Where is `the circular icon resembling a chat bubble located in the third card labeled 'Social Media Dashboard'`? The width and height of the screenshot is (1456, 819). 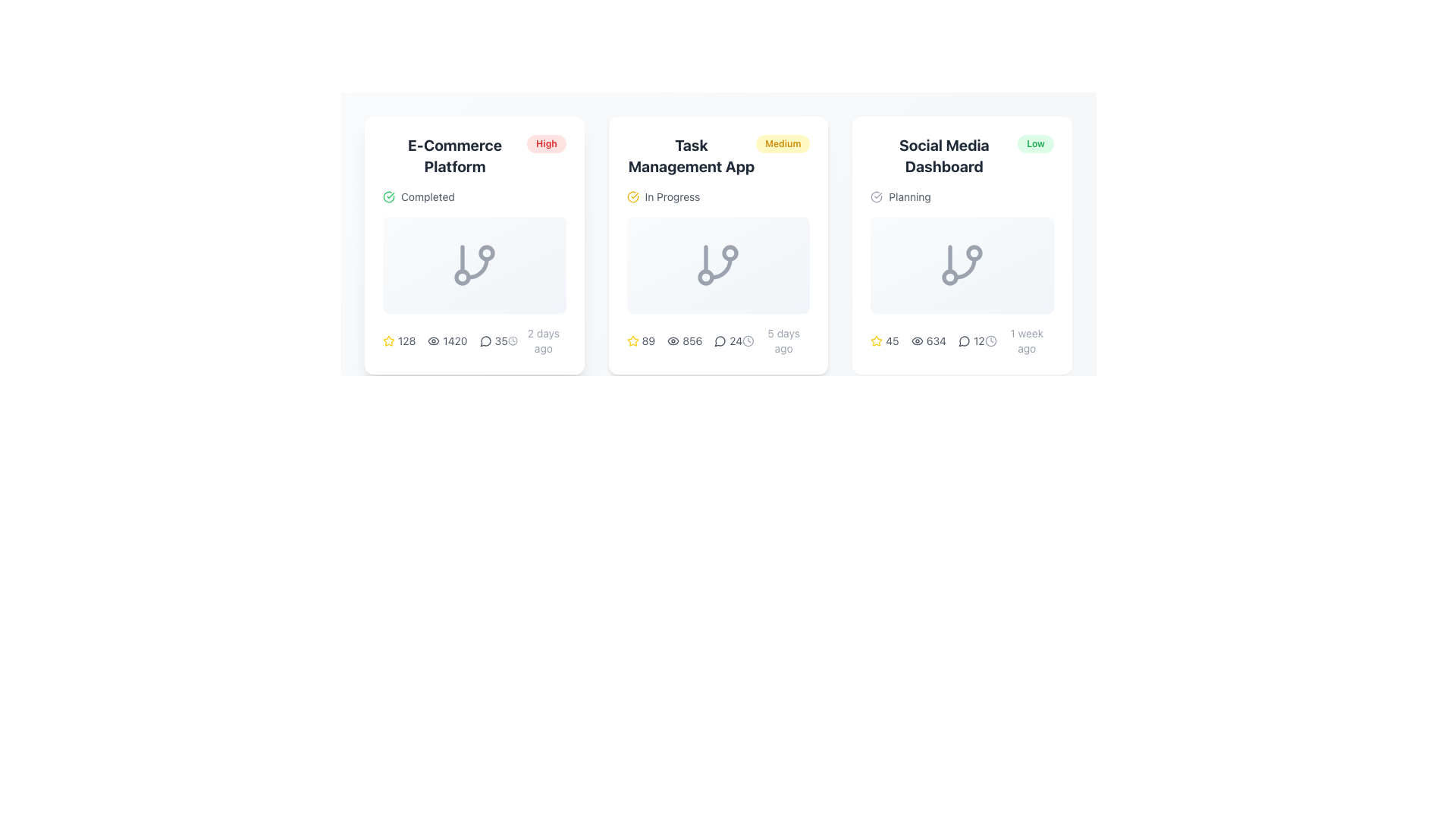 the circular icon resembling a chat bubble located in the third card labeled 'Social Media Dashboard' is located at coordinates (963, 341).